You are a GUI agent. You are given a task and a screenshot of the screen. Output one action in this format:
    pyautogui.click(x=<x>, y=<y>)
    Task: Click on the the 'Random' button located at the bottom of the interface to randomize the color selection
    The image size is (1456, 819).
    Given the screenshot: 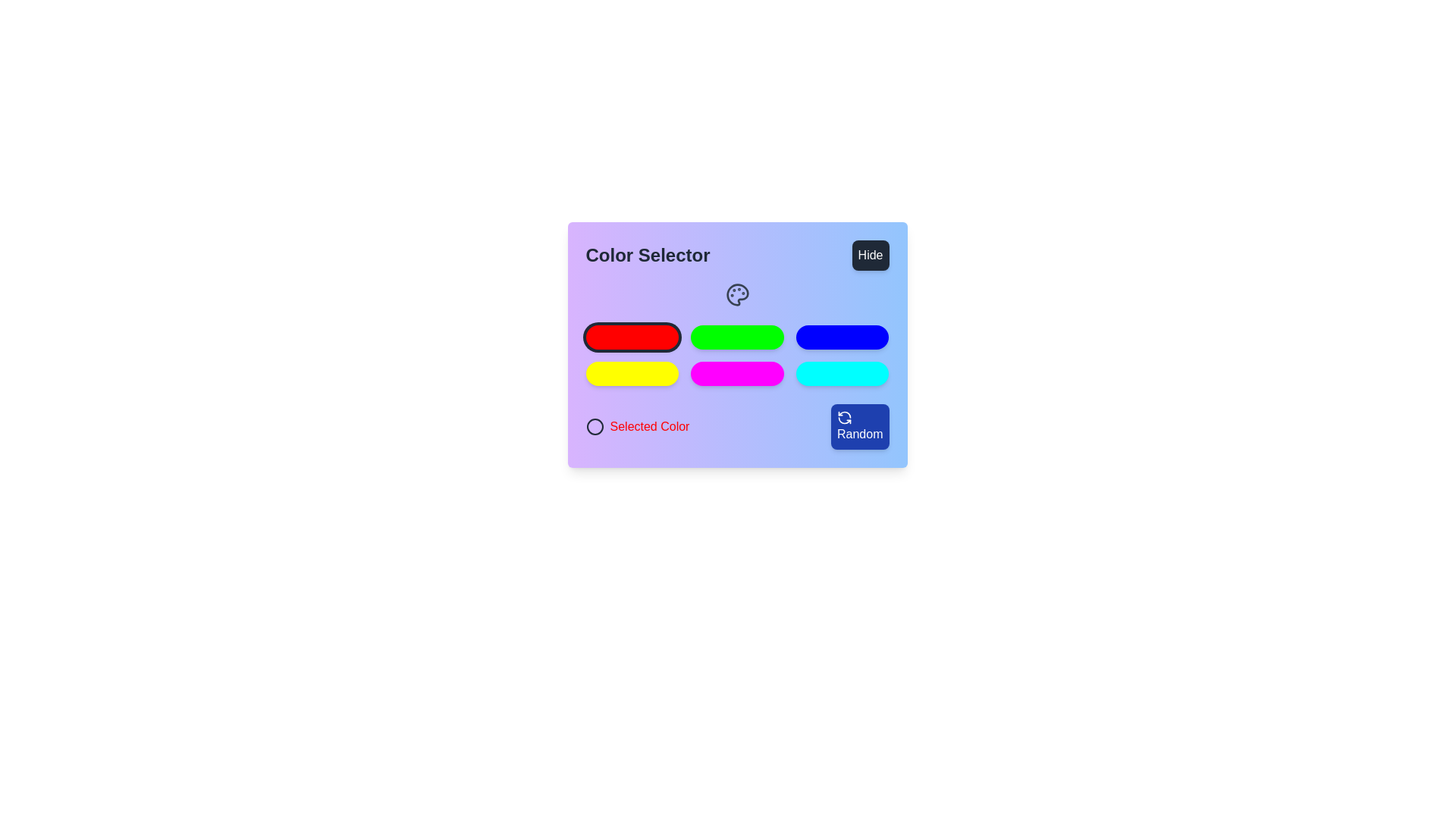 What is the action you would take?
    pyautogui.click(x=737, y=427)
    